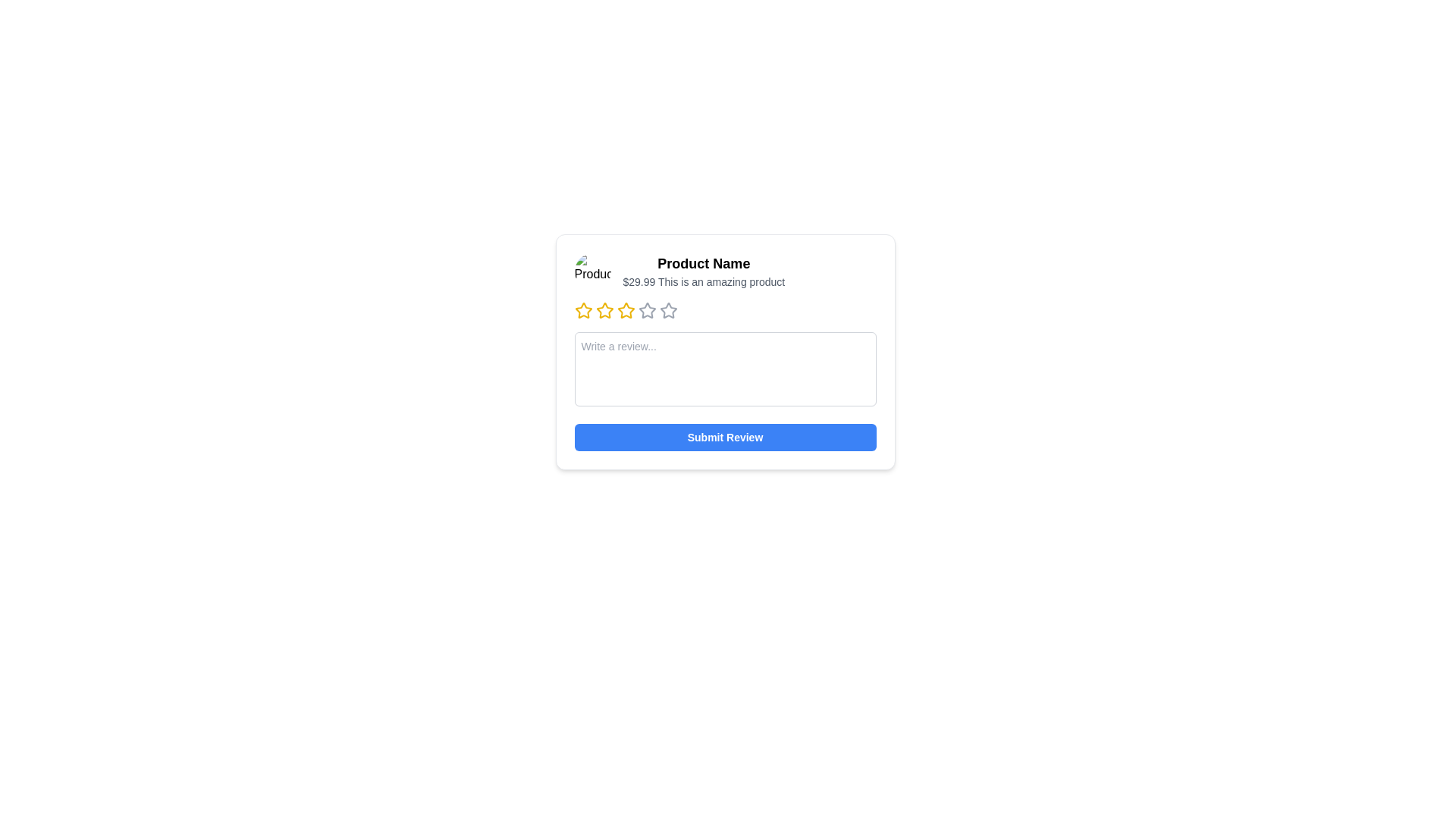  Describe the element at coordinates (626, 309) in the screenshot. I see `the second yellow star icon in the ratings section to rate the product` at that location.